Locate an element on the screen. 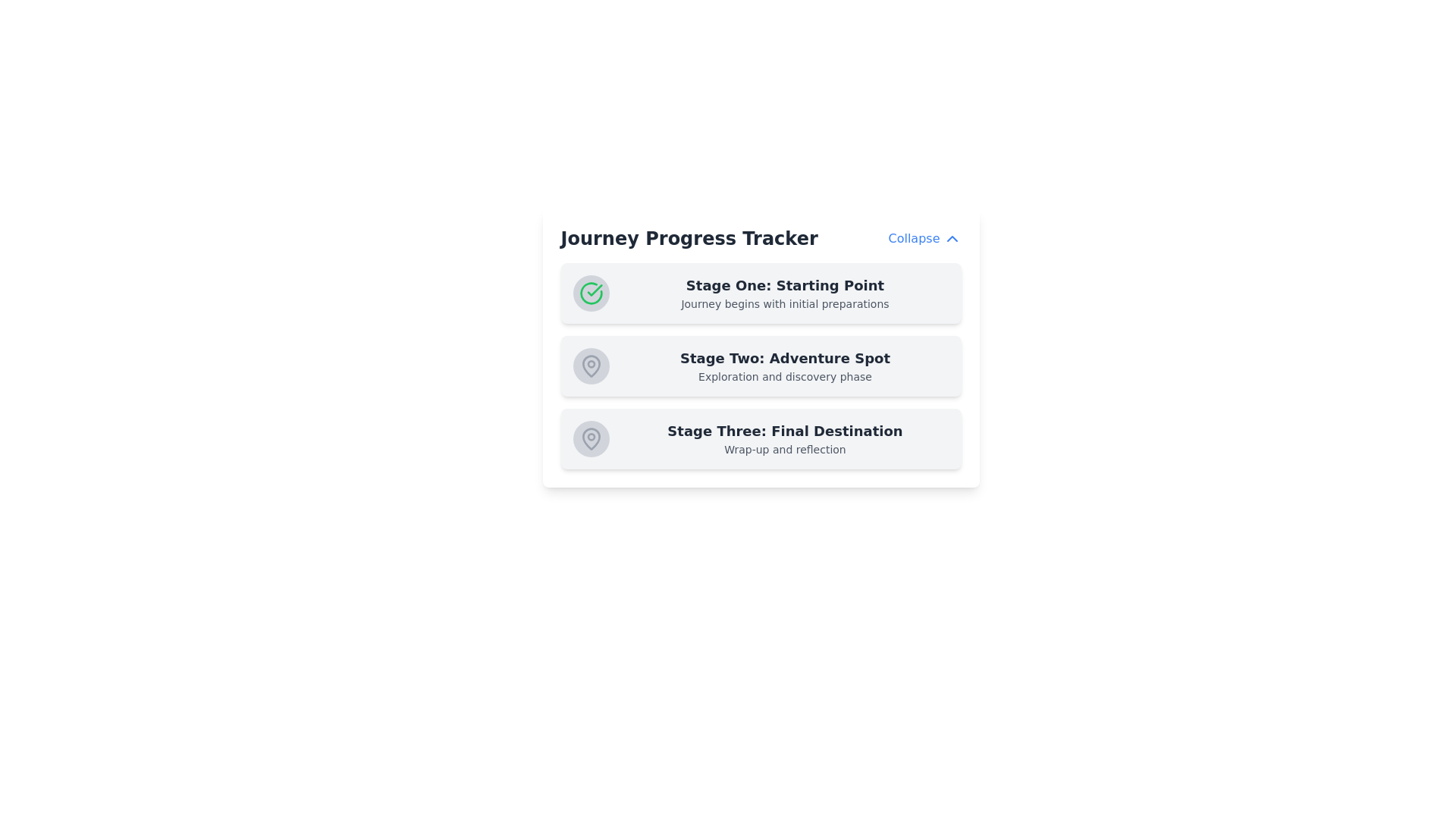 This screenshot has width=1456, height=819. the title of the third stage in the Journey Progress Tracker, which is centered horizontally and aligned to the left of a visual indicator is located at coordinates (785, 431).